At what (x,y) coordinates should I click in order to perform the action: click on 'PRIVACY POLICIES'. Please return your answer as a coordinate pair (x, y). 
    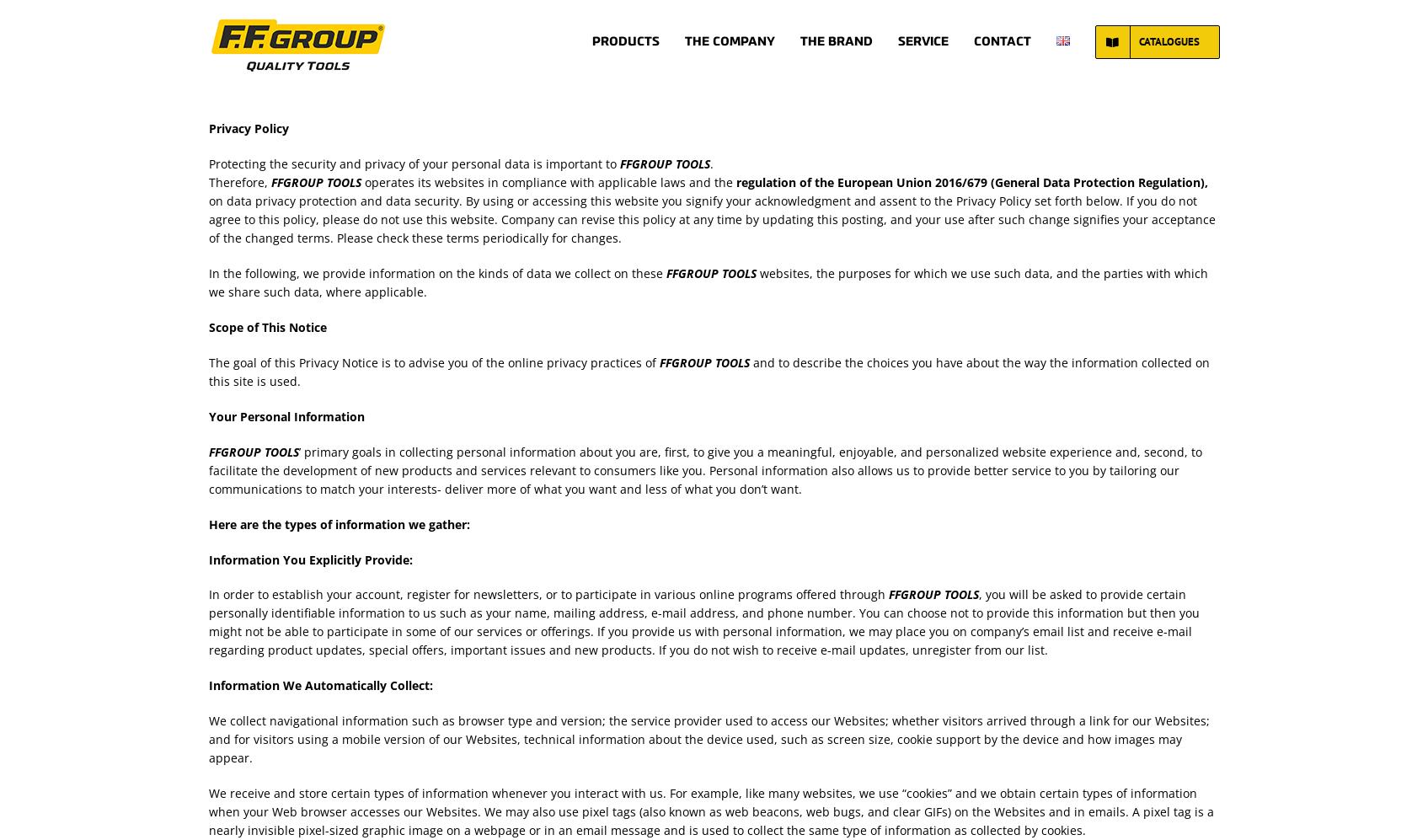
    Looking at the image, I should click on (330, 35).